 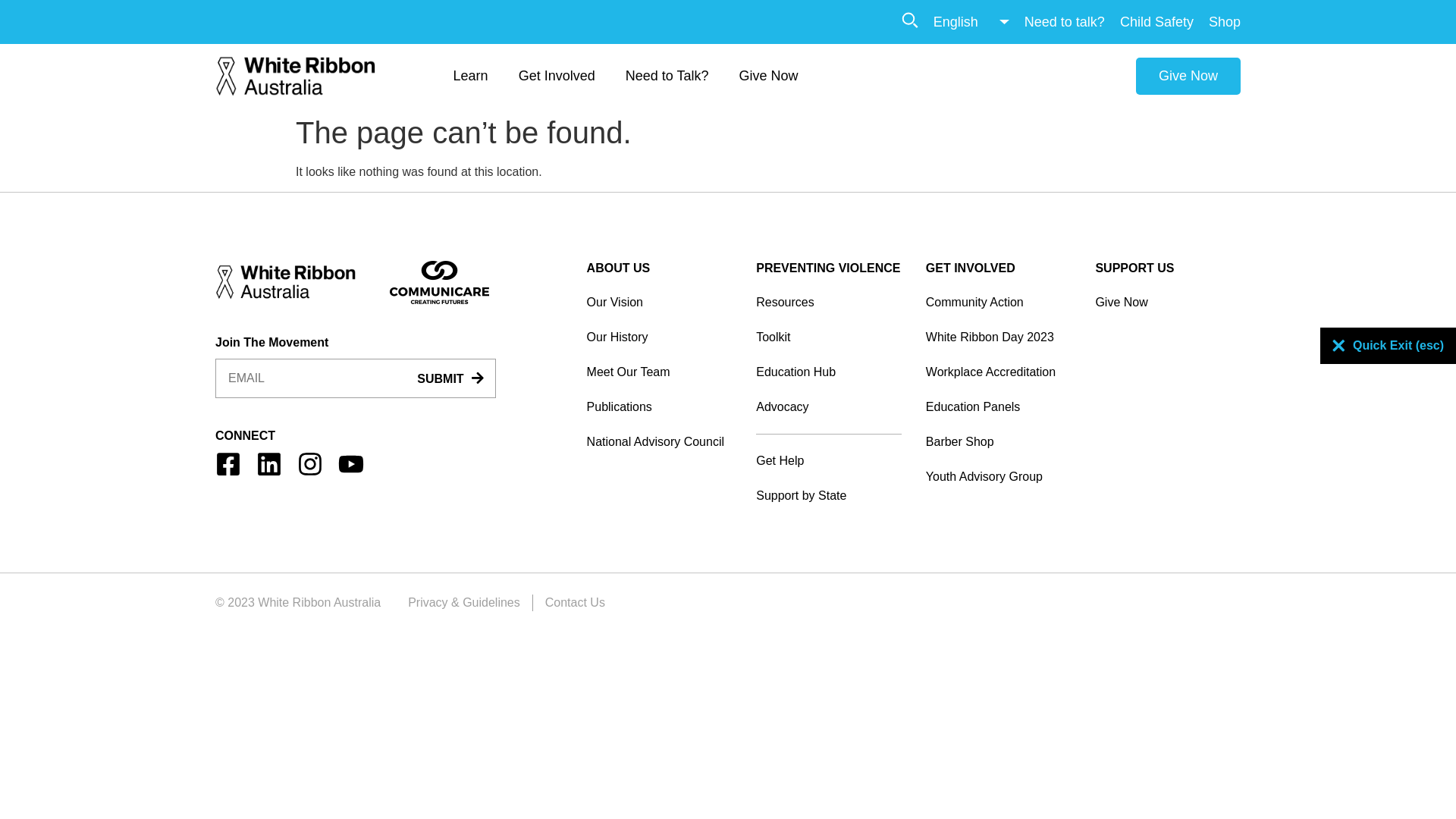 I want to click on 'Toolkit', so click(x=828, y=336).